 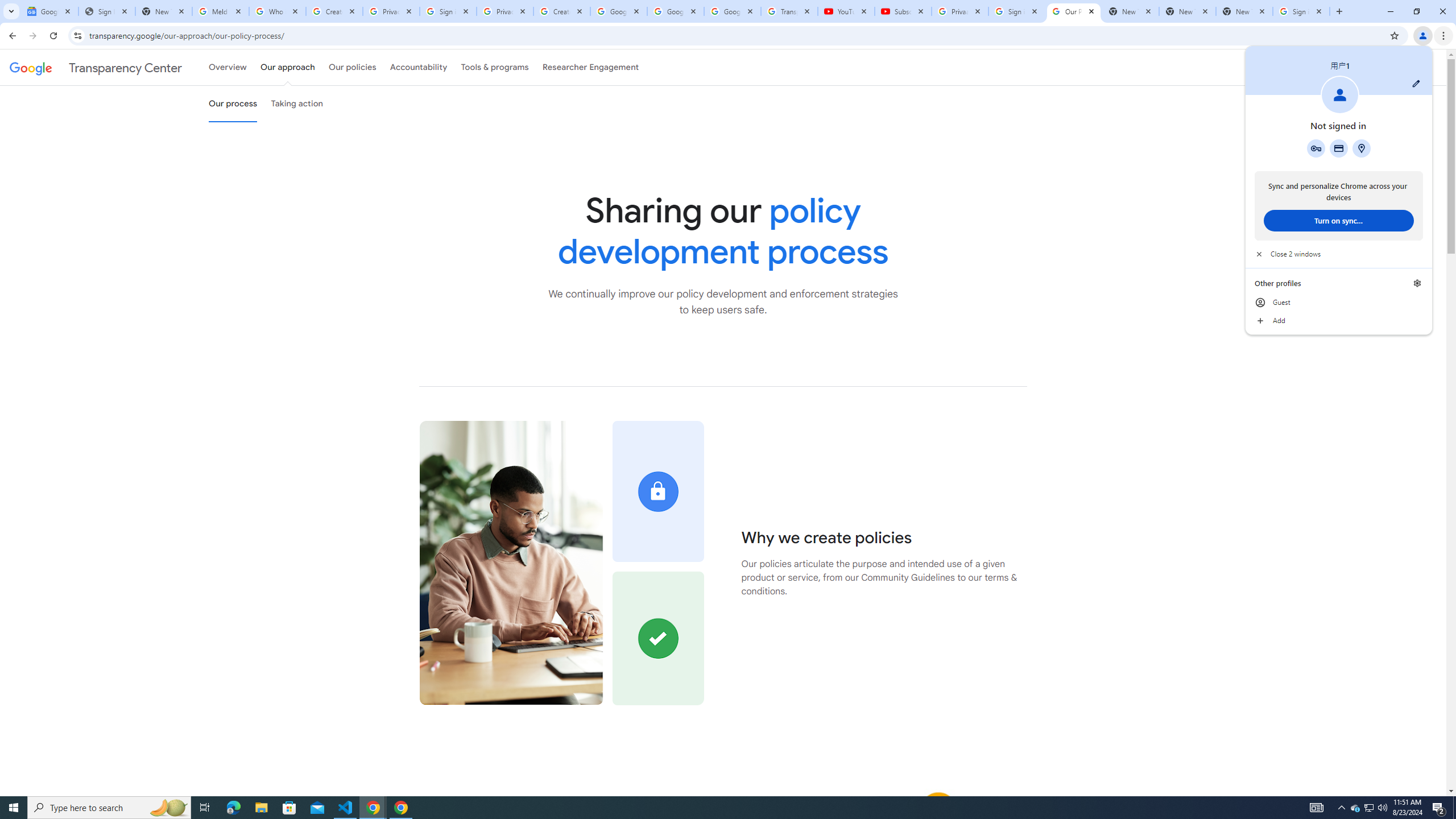 I want to click on 'Type here to search', so click(x=109, y=806).